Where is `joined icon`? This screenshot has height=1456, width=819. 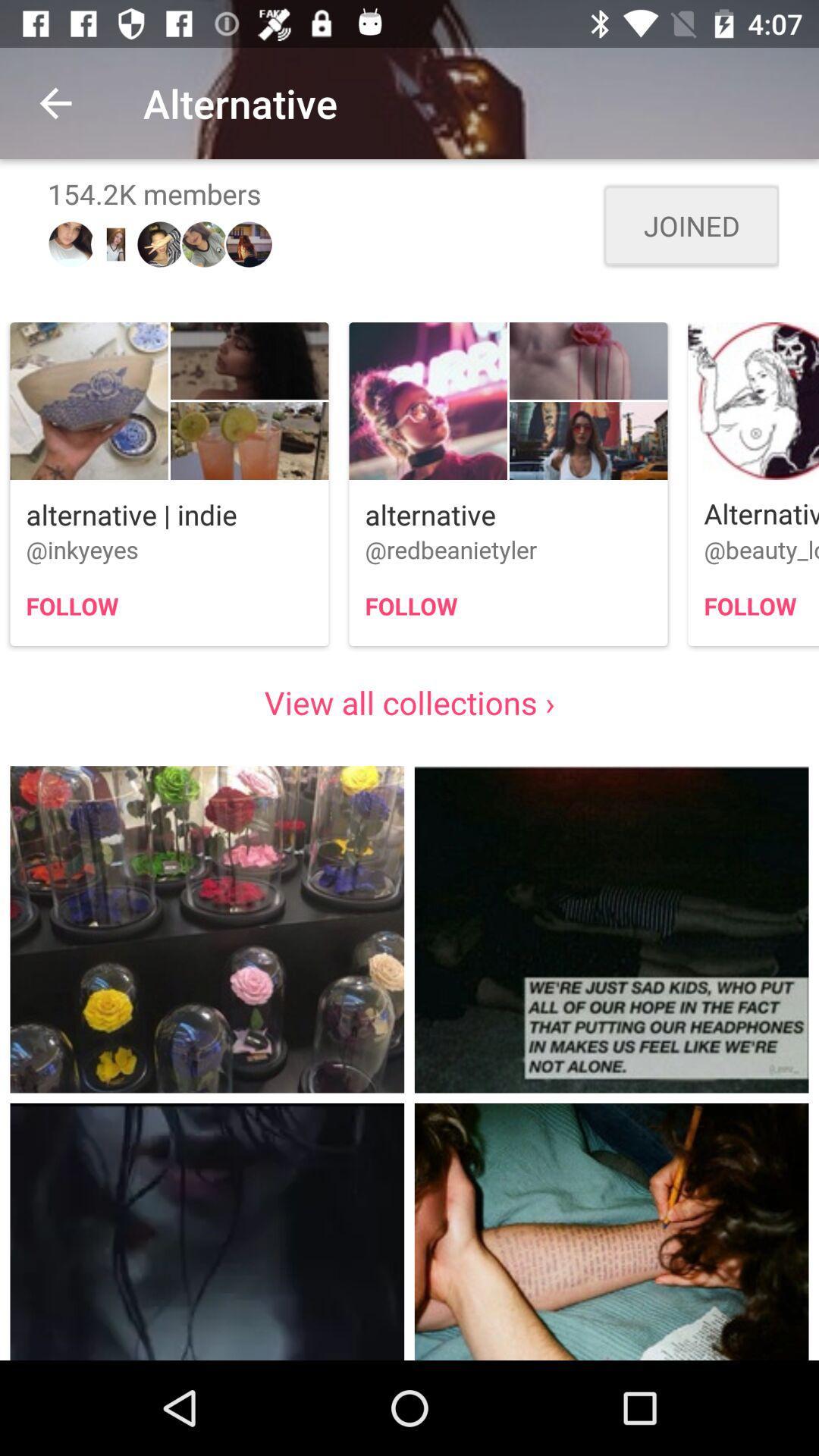
joined icon is located at coordinates (691, 224).